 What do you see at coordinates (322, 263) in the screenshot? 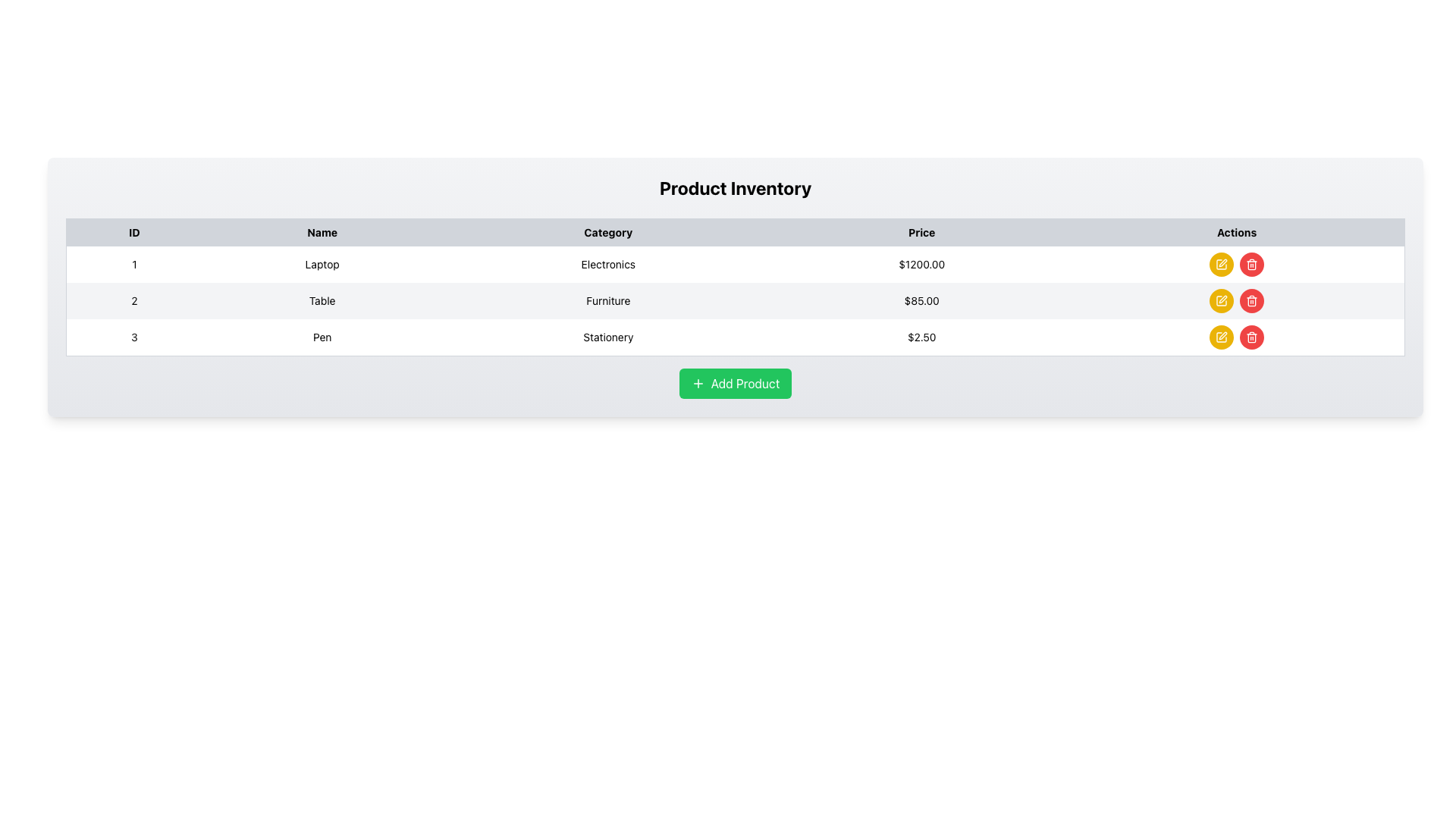
I see `on the text display labeled 'Laptop' in the first row, second column of the product inventory table` at bounding box center [322, 263].